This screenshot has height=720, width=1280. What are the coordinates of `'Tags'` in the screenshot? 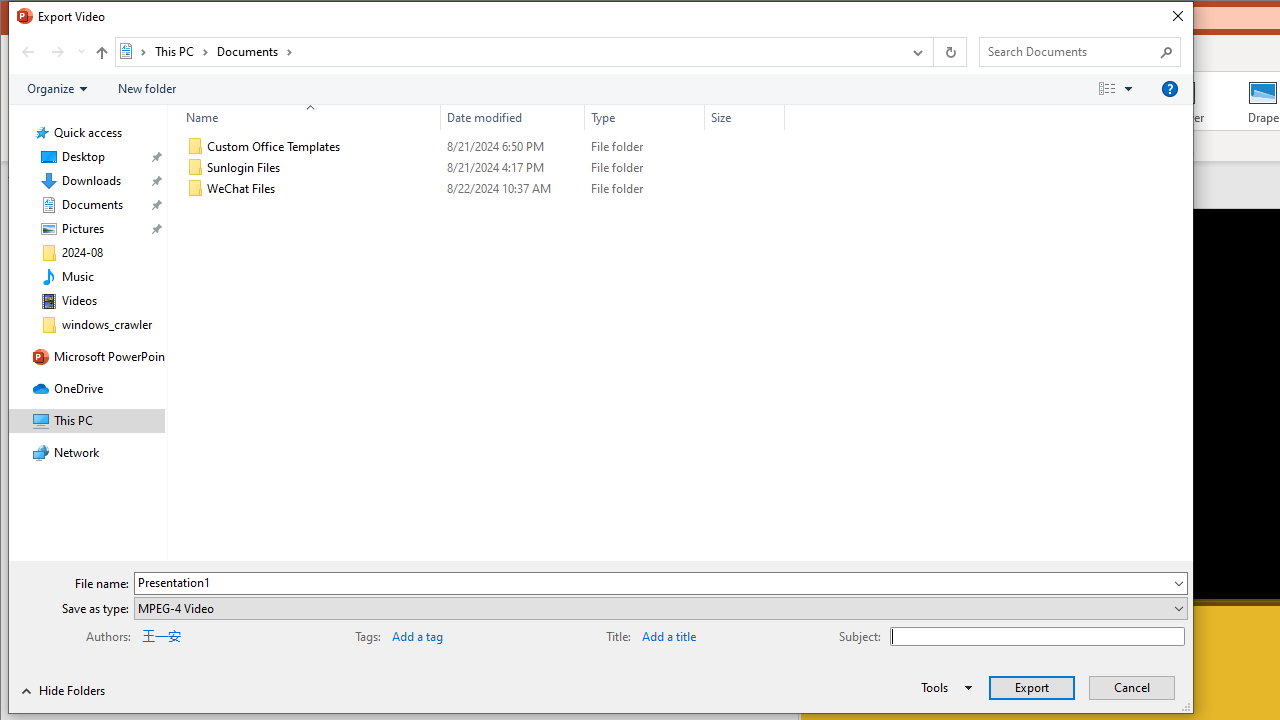 It's located at (454, 634).